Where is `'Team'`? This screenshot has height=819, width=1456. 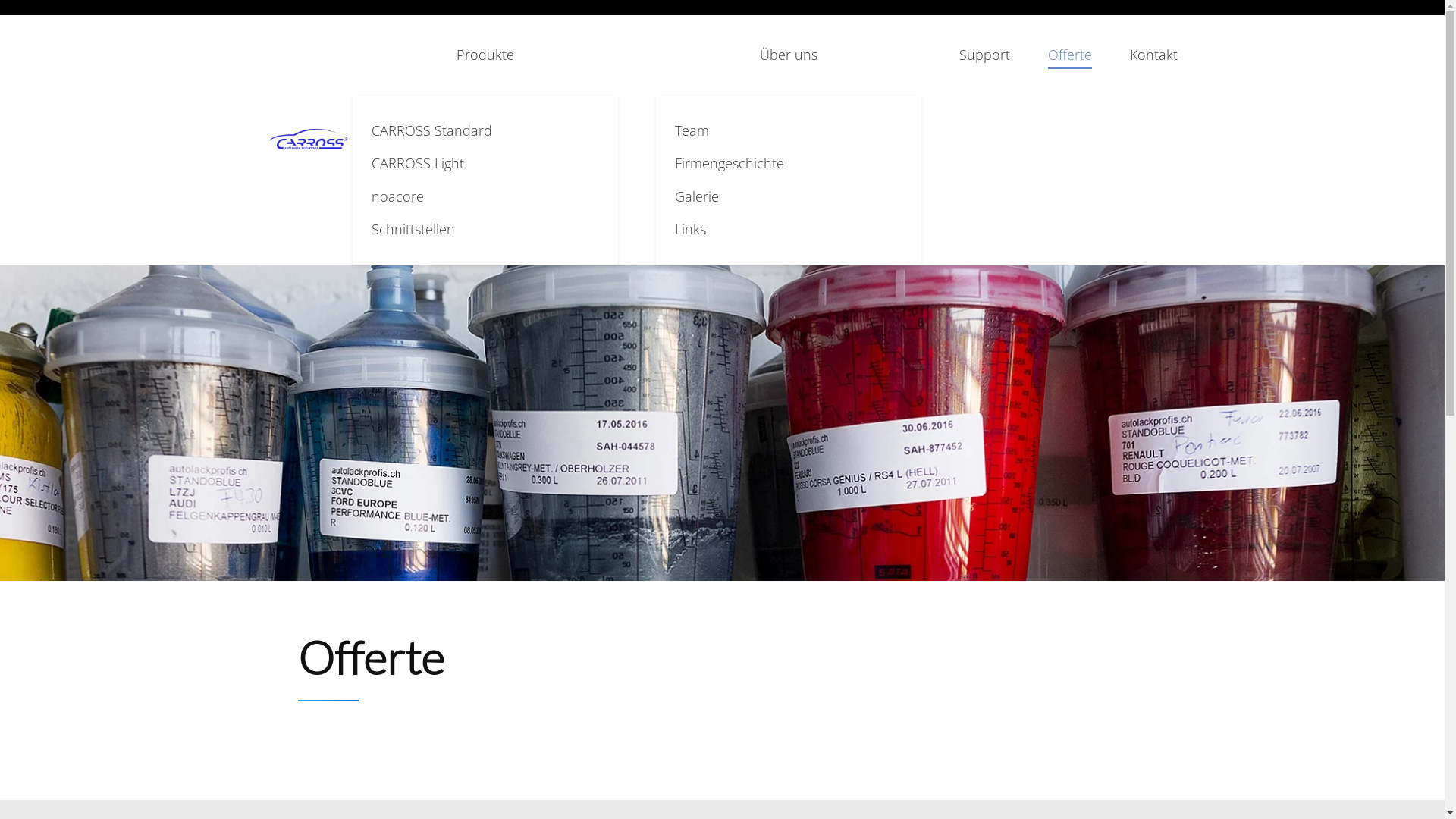 'Team' is located at coordinates (789, 130).